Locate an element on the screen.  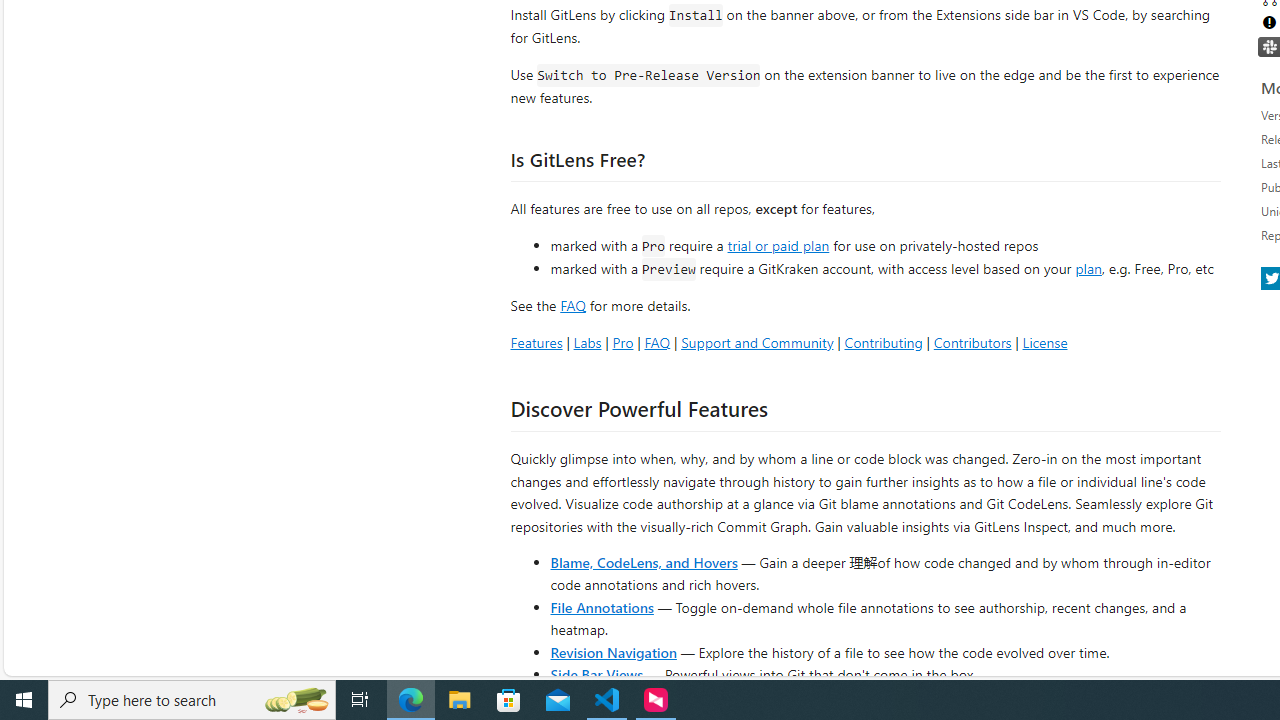
'Task View' is located at coordinates (359, 698).